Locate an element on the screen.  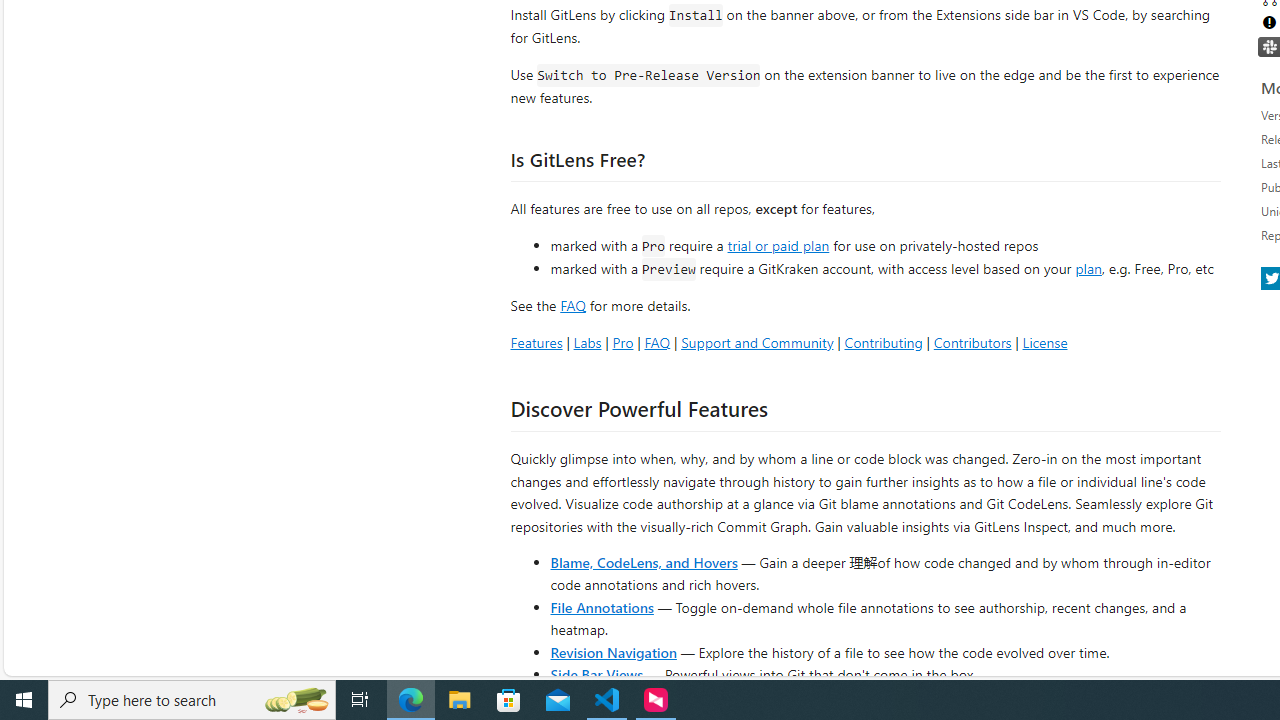
'Task View' is located at coordinates (359, 698).